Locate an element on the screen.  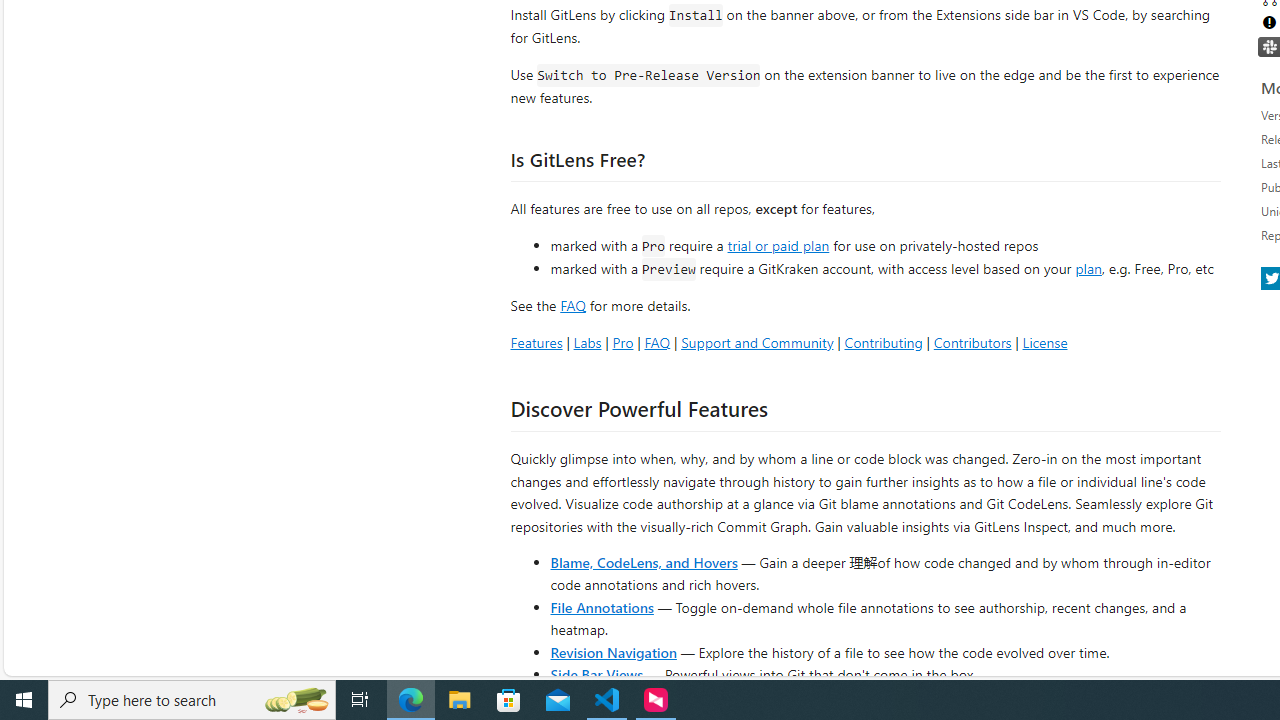
'Task View' is located at coordinates (359, 698).